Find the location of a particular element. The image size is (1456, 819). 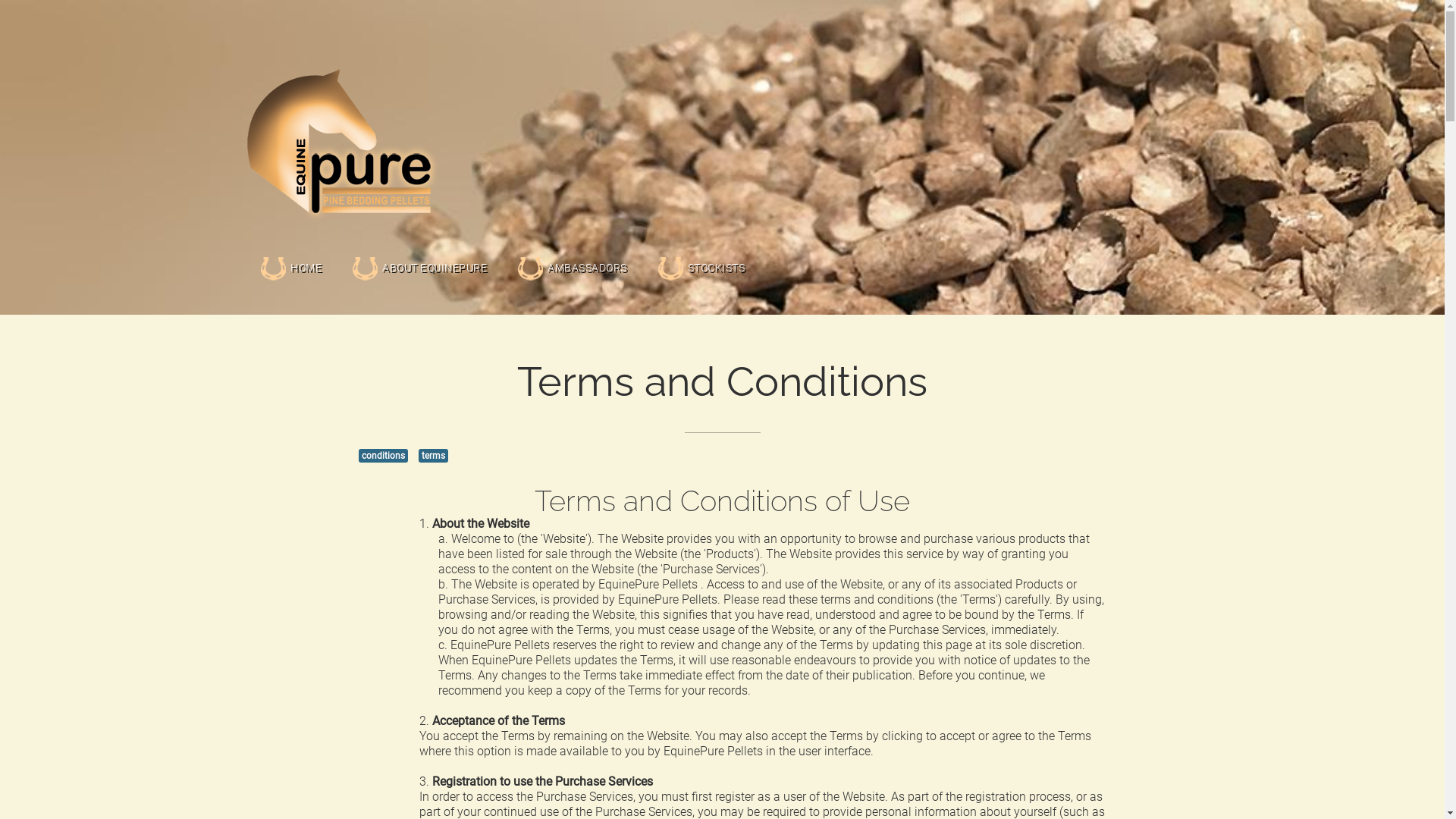

'STOCKISTS' is located at coordinates (656, 249).